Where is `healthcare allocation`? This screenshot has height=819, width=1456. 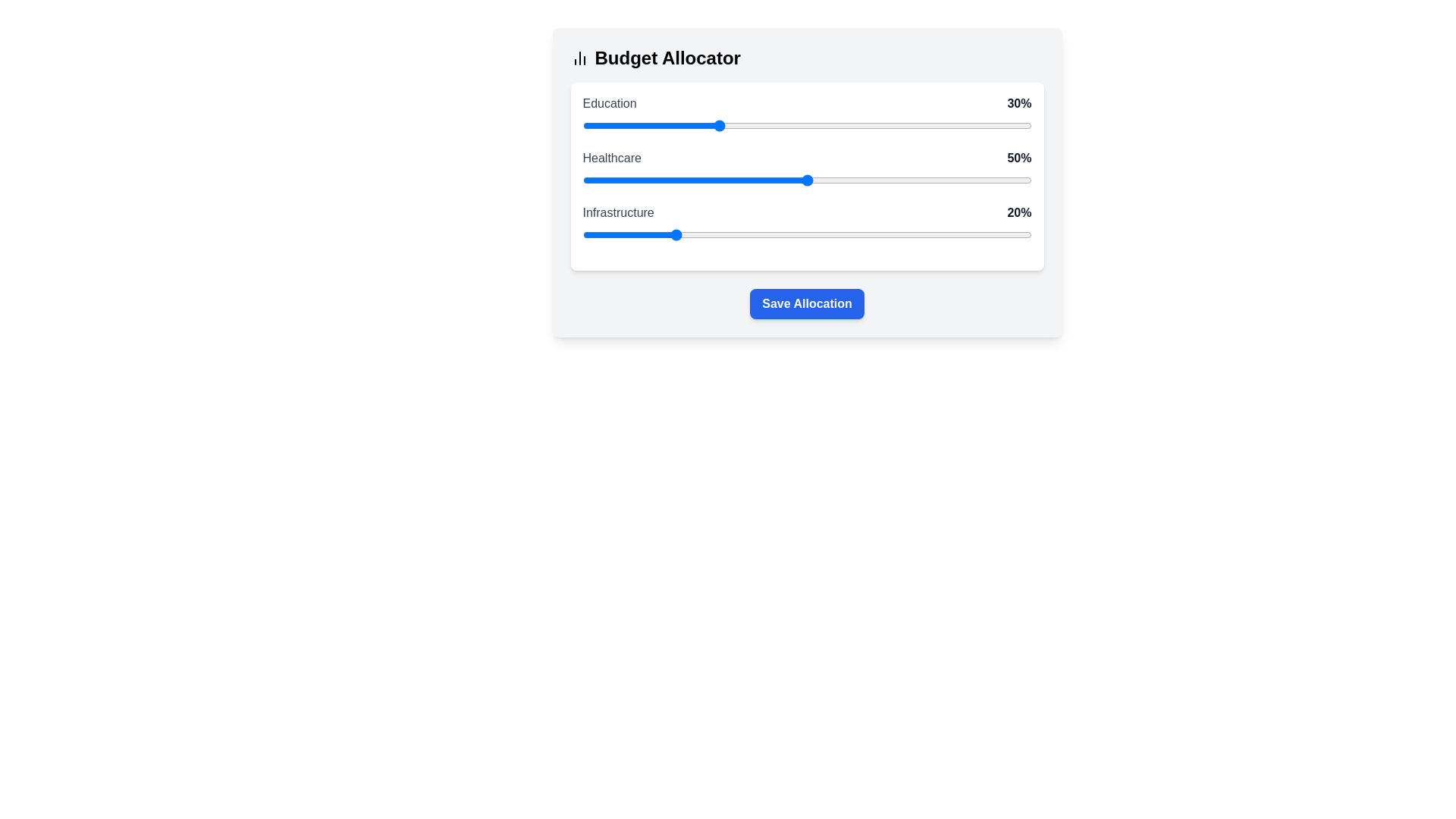
healthcare allocation is located at coordinates (654, 180).